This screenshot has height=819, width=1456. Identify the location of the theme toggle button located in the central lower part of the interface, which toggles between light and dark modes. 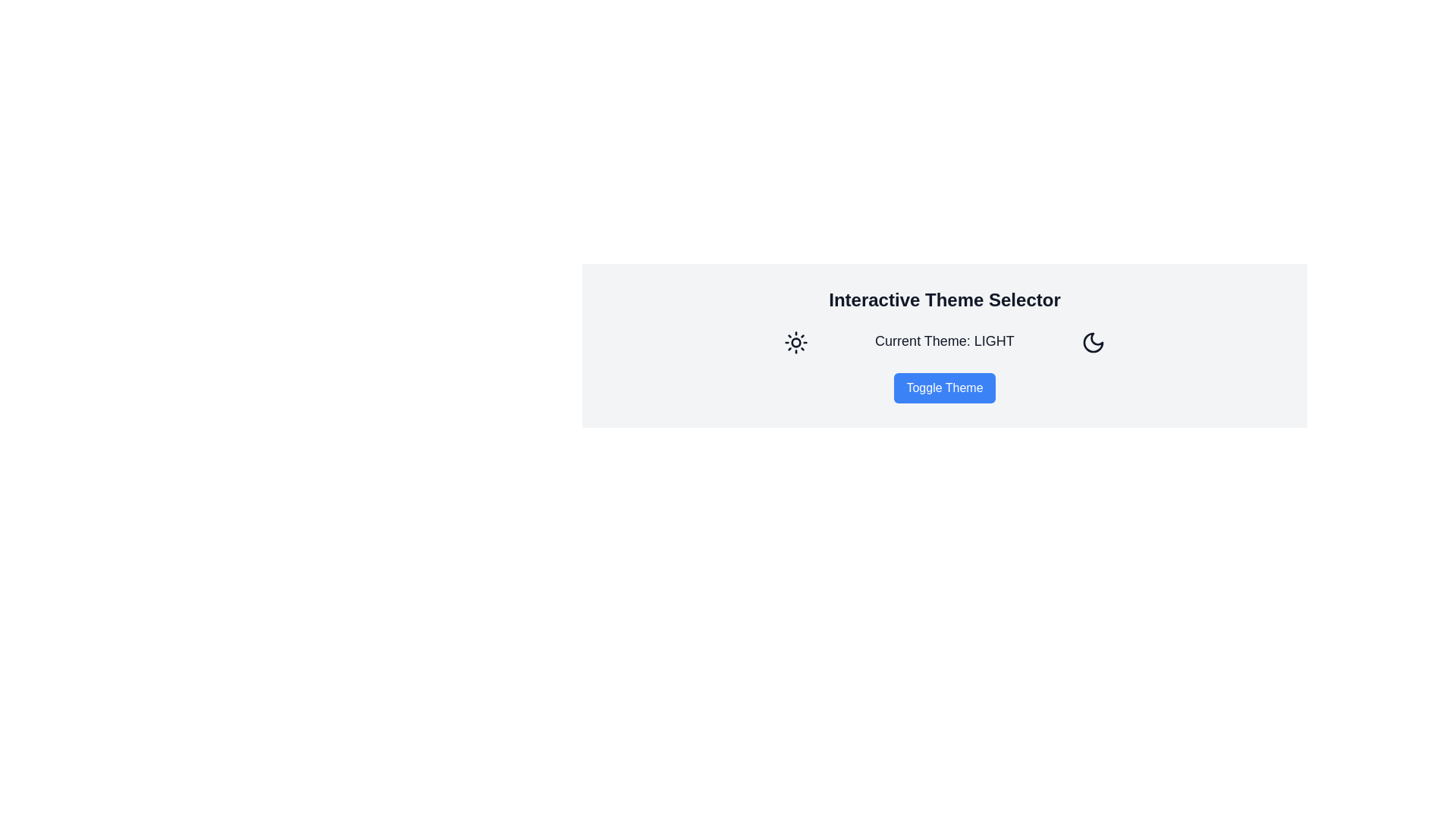
(944, 388).